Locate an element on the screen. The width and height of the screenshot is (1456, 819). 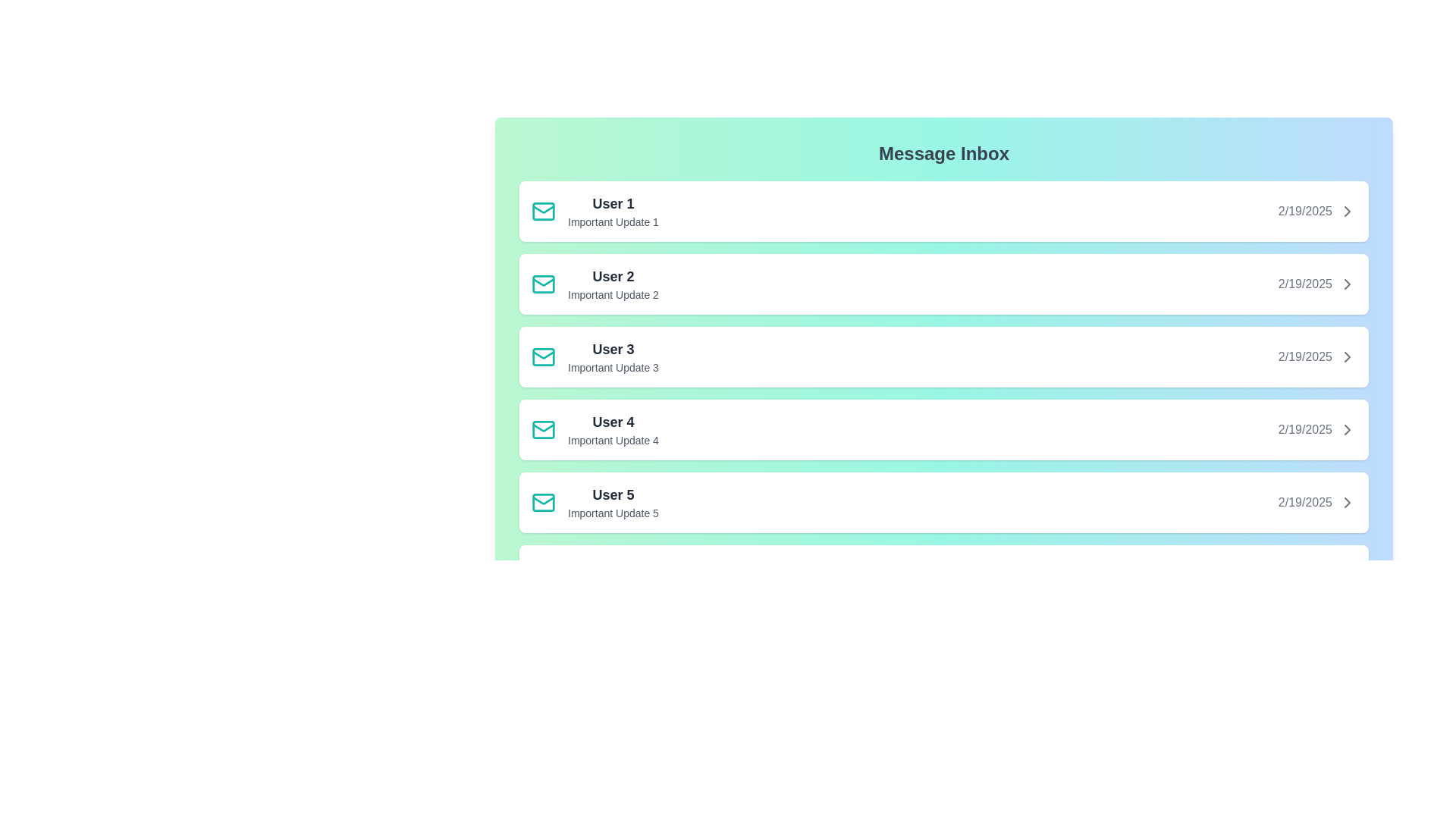
the message from User 5 to highlight it is located at coordinates (943, 503).